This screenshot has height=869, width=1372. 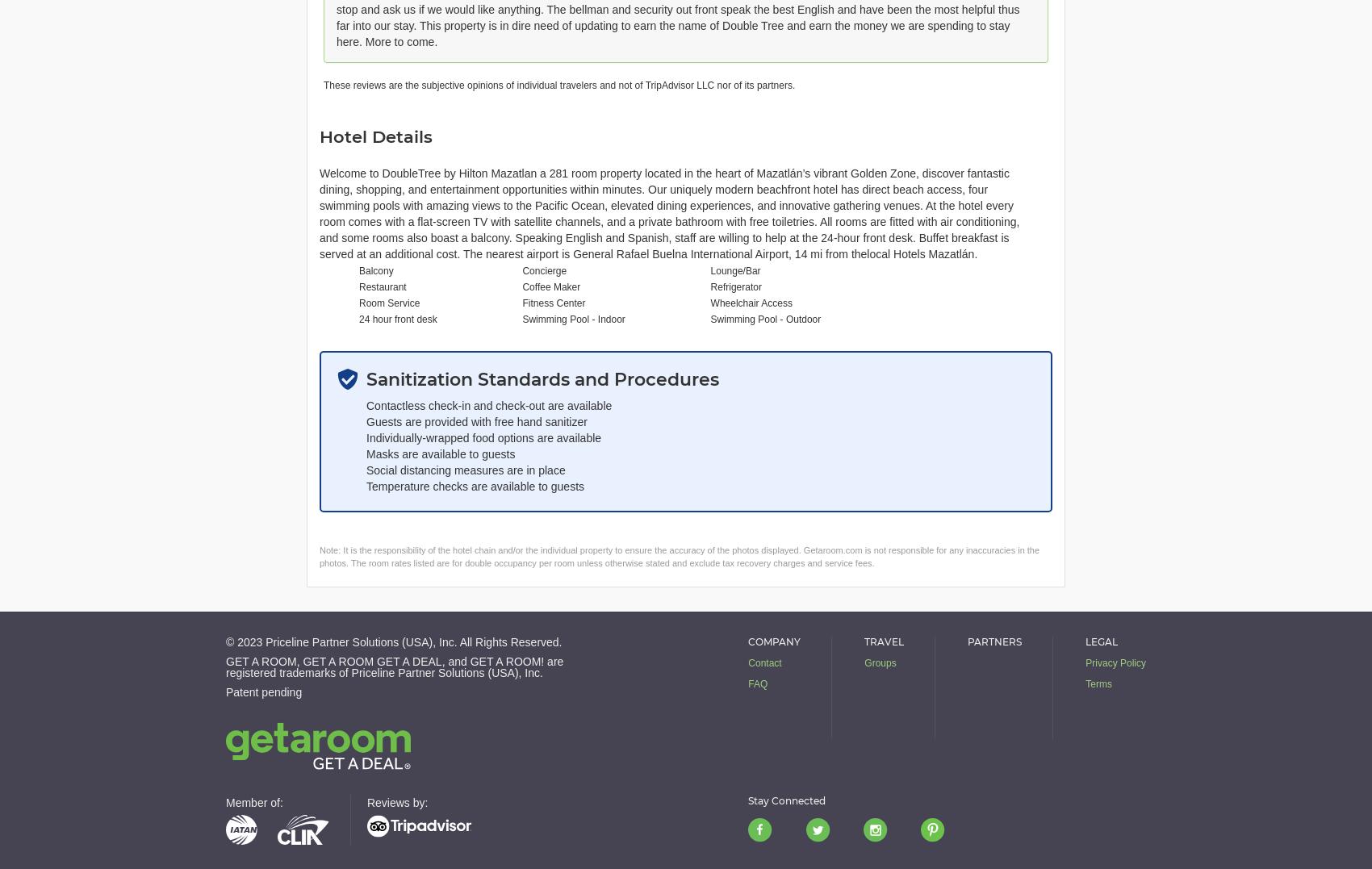 I want to click on 'FAQ', so click(x=758, y=682).